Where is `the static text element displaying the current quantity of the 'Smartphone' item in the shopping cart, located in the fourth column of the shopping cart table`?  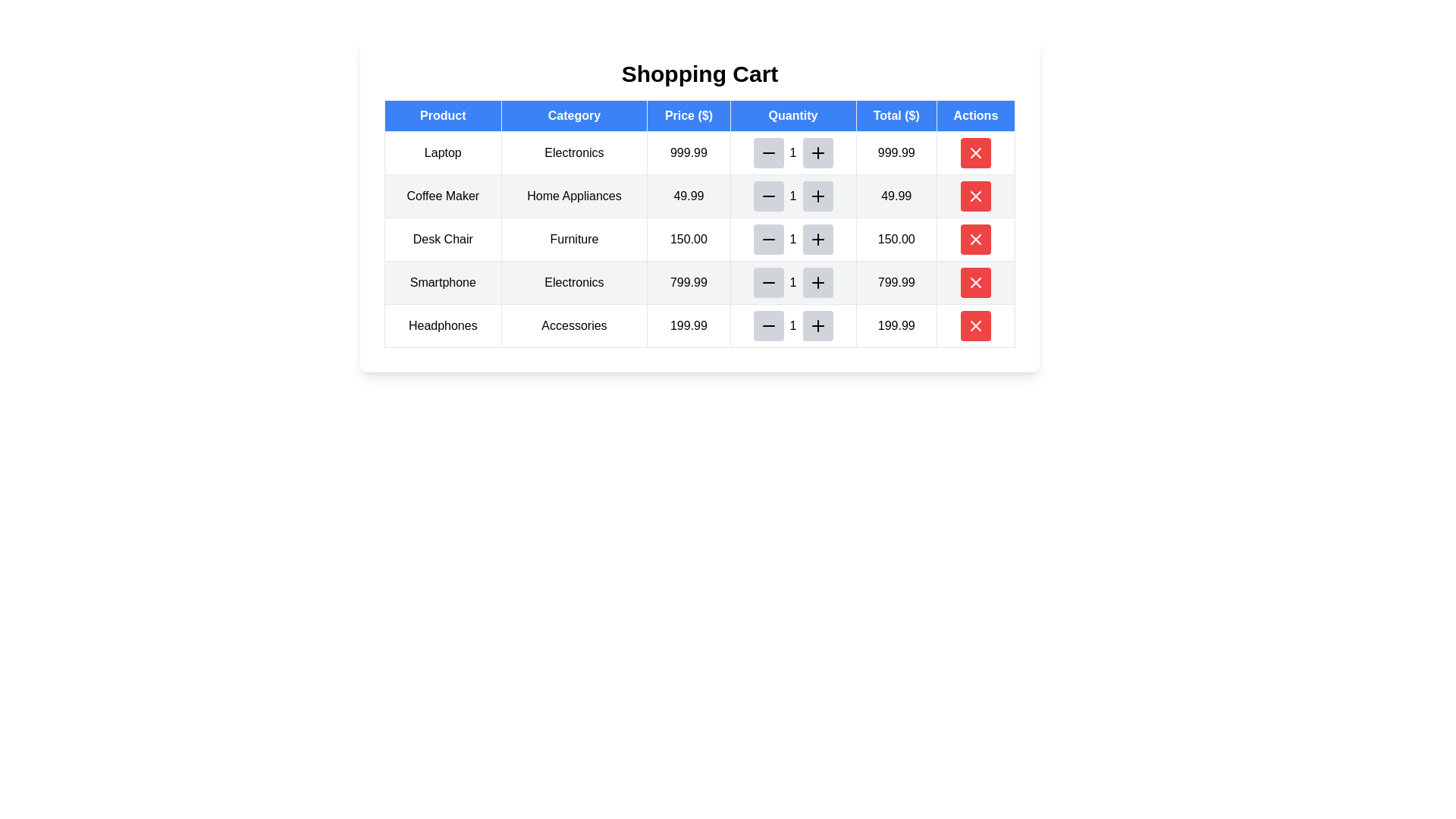 the static text element displaying the current quantity of the 'Smartphone' item in the shopping cart, located in the fourth column of the shopping cart table is located at coordinates (792, 283).